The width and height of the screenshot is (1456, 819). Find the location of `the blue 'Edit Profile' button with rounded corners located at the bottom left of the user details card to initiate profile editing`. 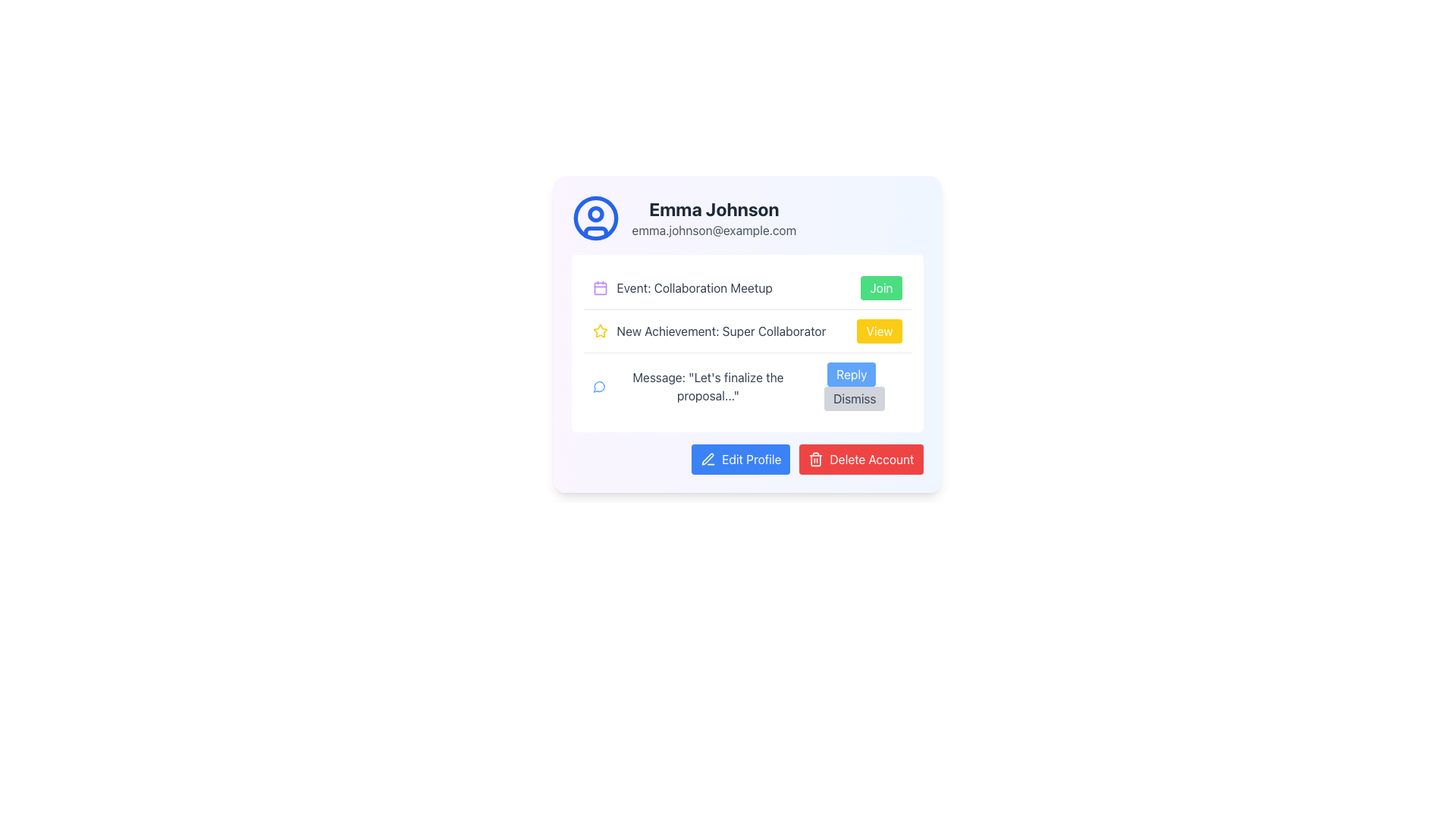

the blue 'Edit Profile' button with rounded corners located at the bottom left of the user details card to initiate profile editing is located at coordinates (741, 458).